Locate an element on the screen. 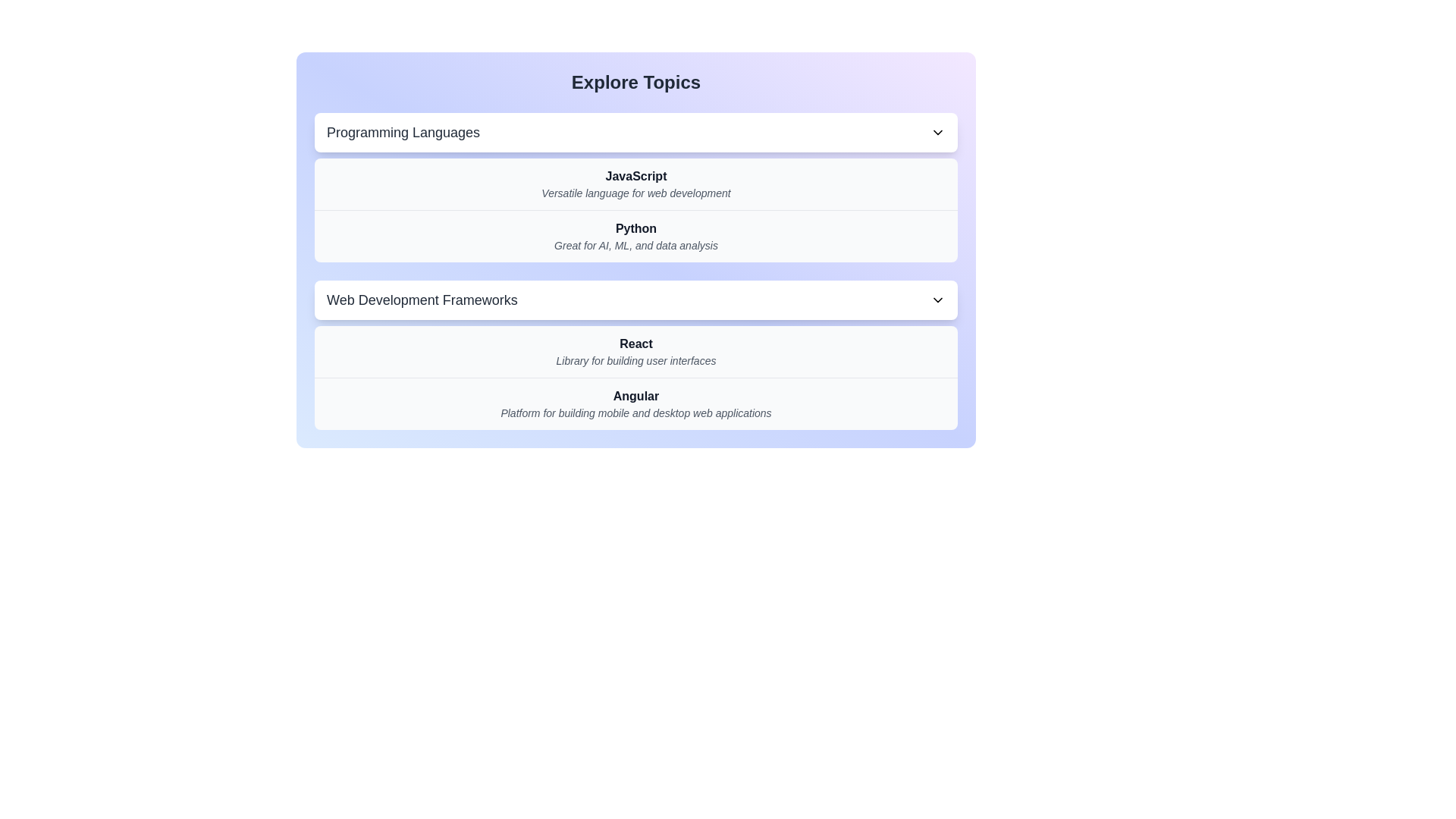 Image resolution: width=1456 pixels, height=819 pixels. the static text label 'Angular' which serves as the title for the description pertaining to this framework, located in the section 'Web Development Frameworks' is located at coordinates (636, 396).